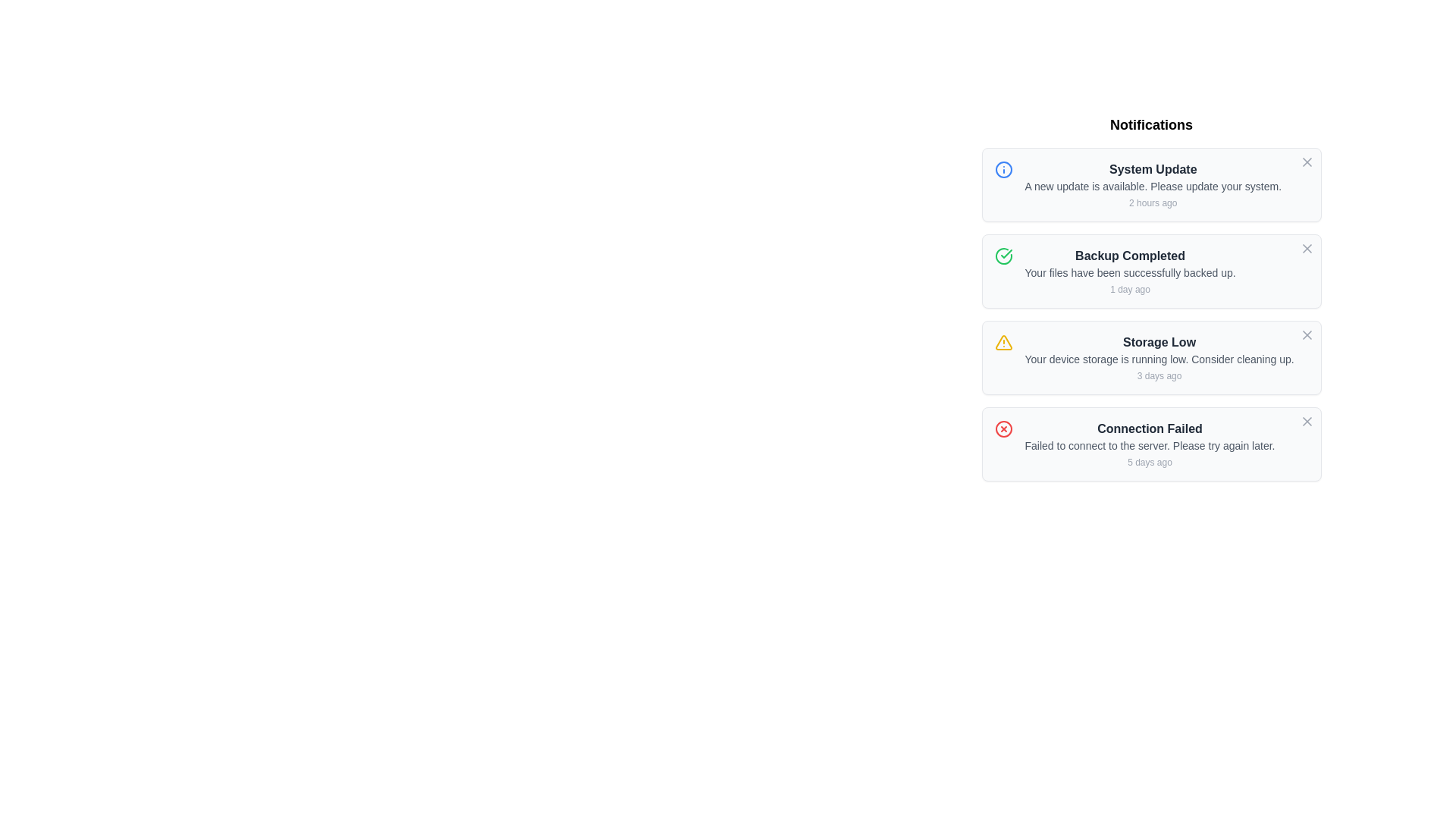  What do you see at coordinates (1130, 271) in the screenshot?
I see `the label that provides additional descriptive information about the completion of a file backup process, which is positioned below the 'Backup Completed' text and above '1 day ago'` at bounding box center [1130, 271].